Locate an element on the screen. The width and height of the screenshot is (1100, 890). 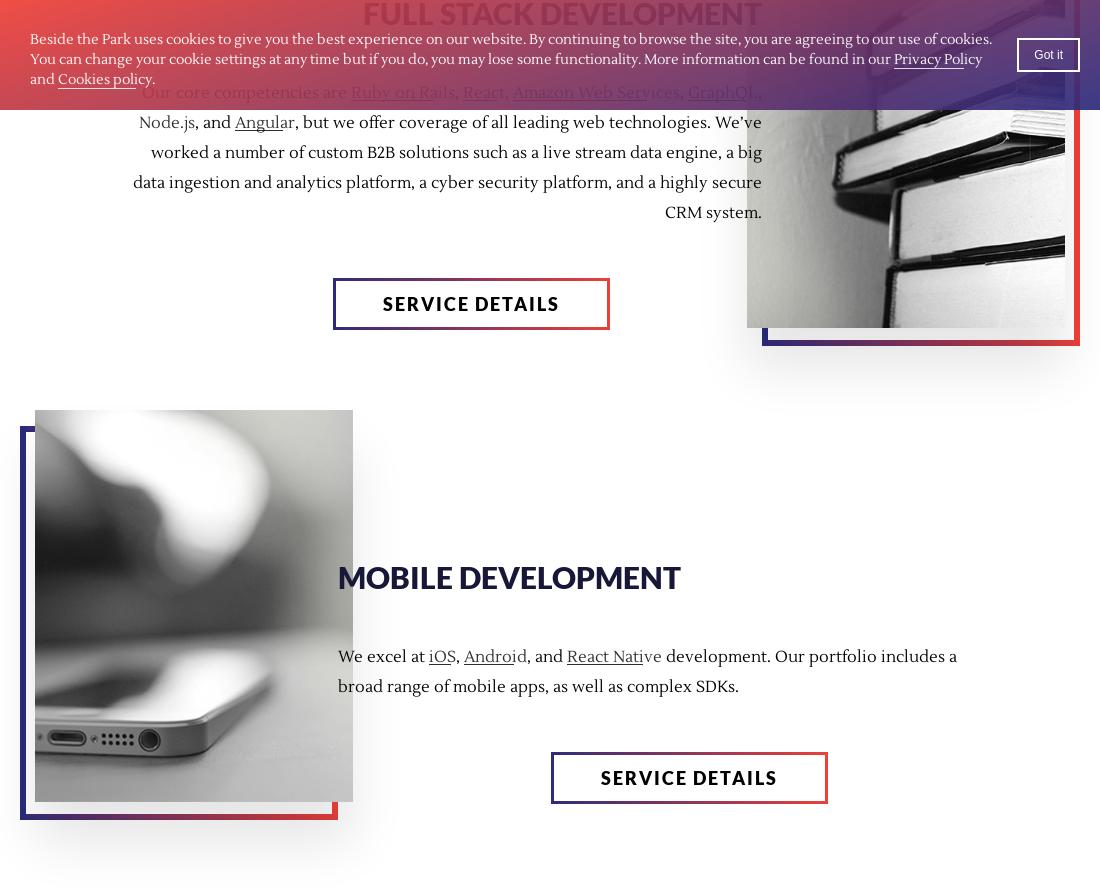
'Beside the Park uses cookies to give you the best experience on our website. By continuing to browse the site, you are agreeing to our use of cookies. You can change your cookie settings at any time but if you do, you may lose some functionality. More information can be found in our' is located at coordinates (510, 50).